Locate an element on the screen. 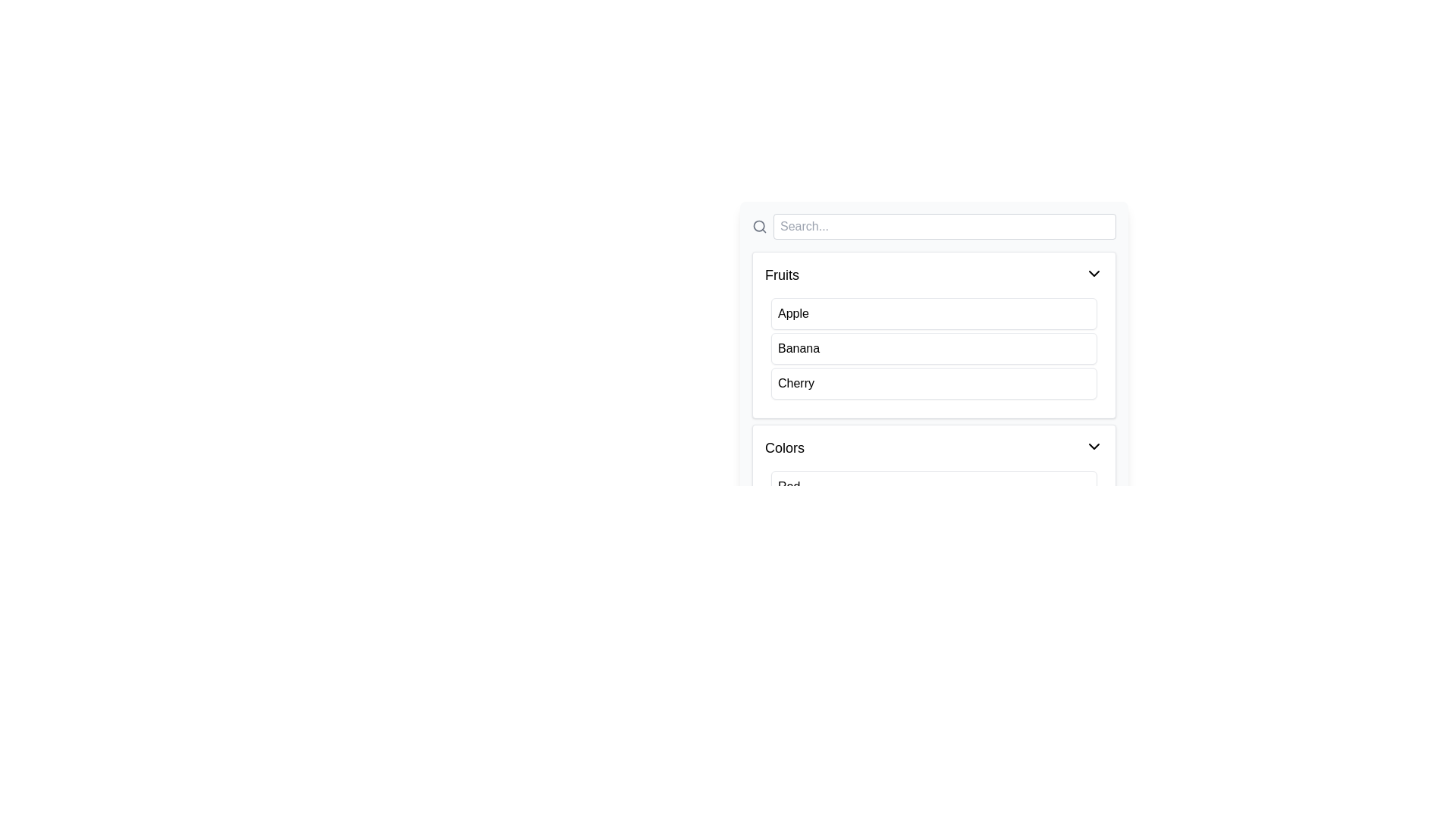  the chevron icon located to the right of the 'Colors' label is located at coordinates (1094, 446).